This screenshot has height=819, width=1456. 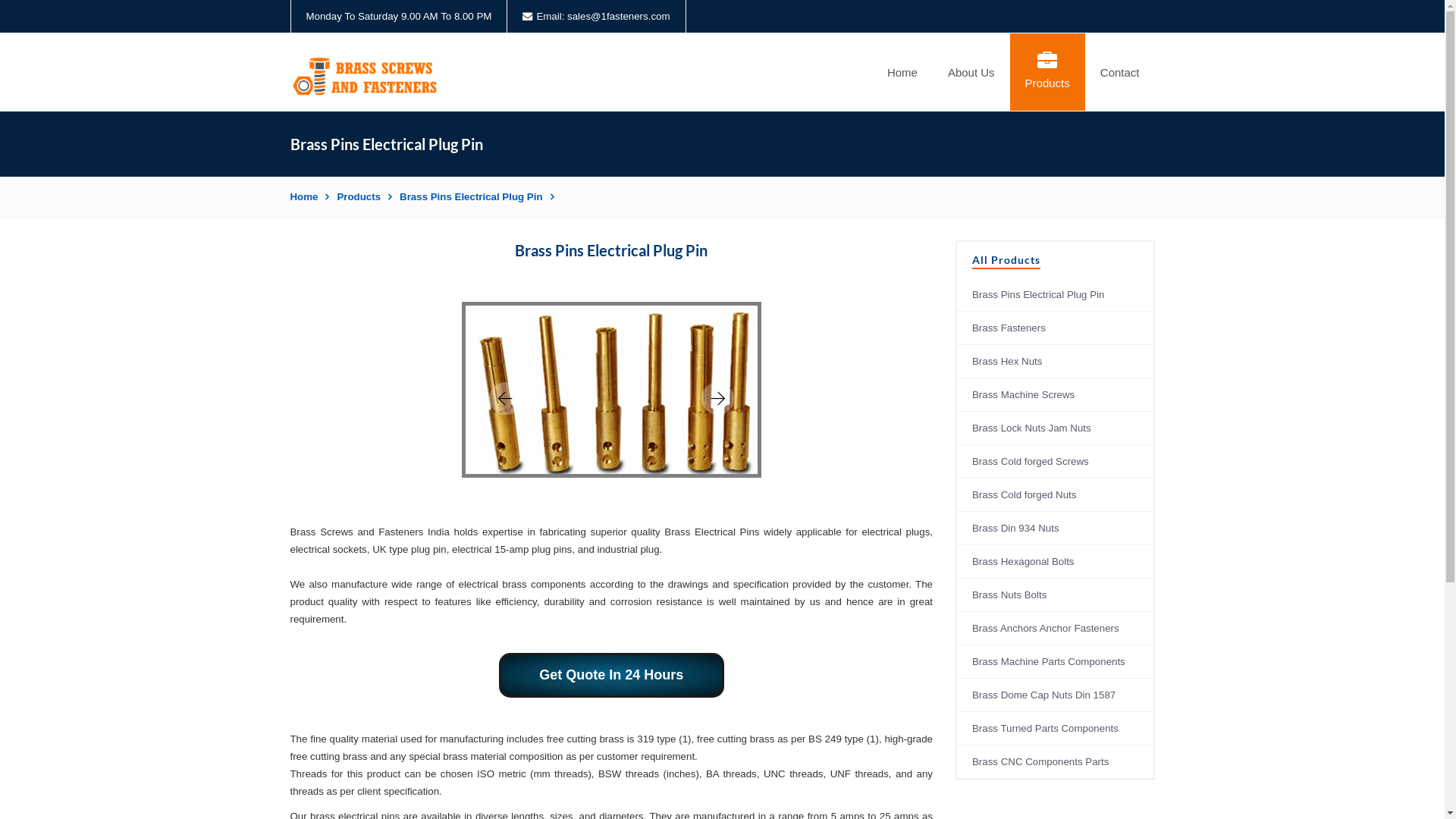 What do you see at coordinates (618, 16) in the screenshot?
I see `'sales@1fasteners.com'` at bounding box center [618, 16].